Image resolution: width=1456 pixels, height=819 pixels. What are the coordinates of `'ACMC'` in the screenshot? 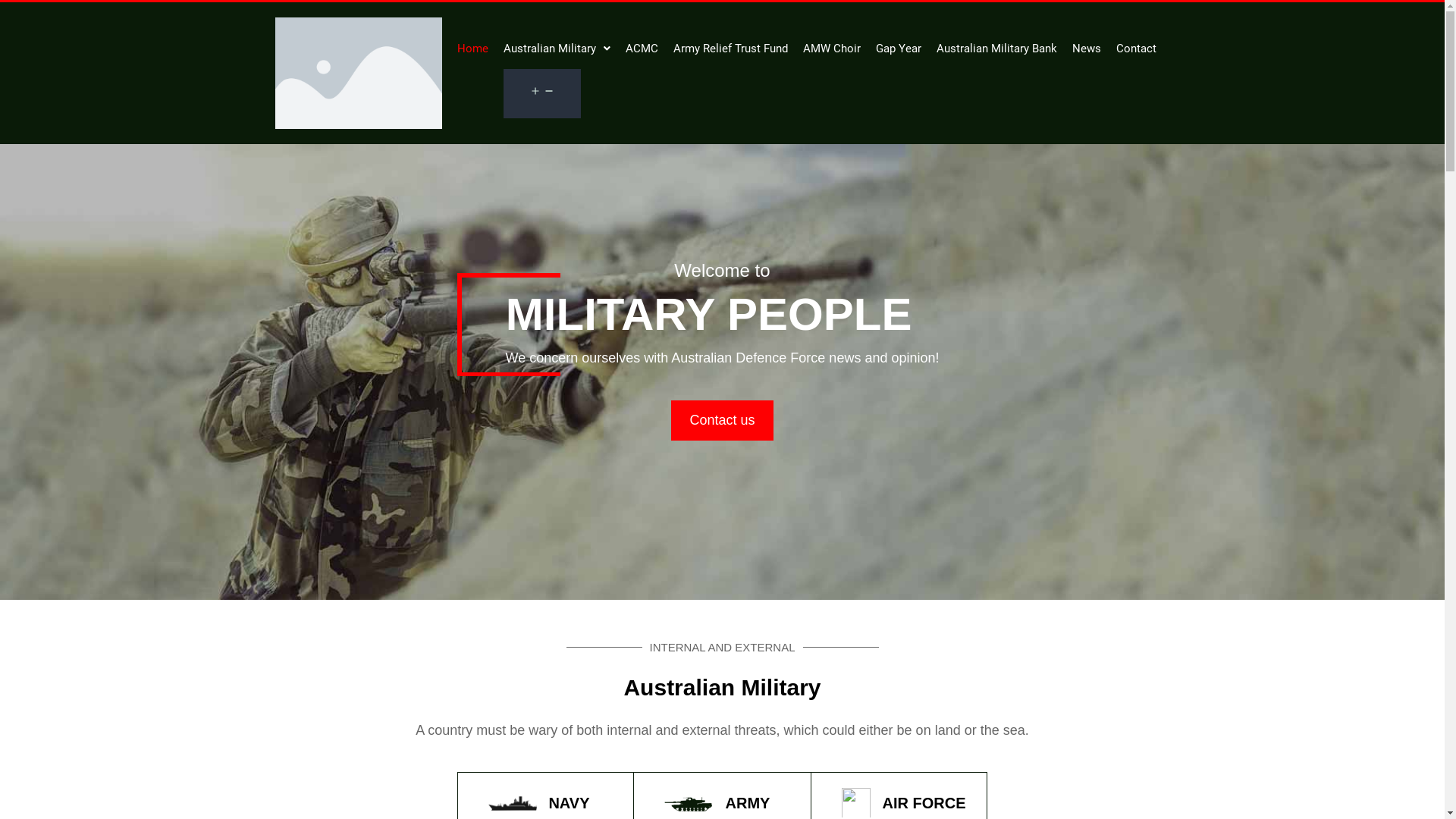 It's located at (641, 48).